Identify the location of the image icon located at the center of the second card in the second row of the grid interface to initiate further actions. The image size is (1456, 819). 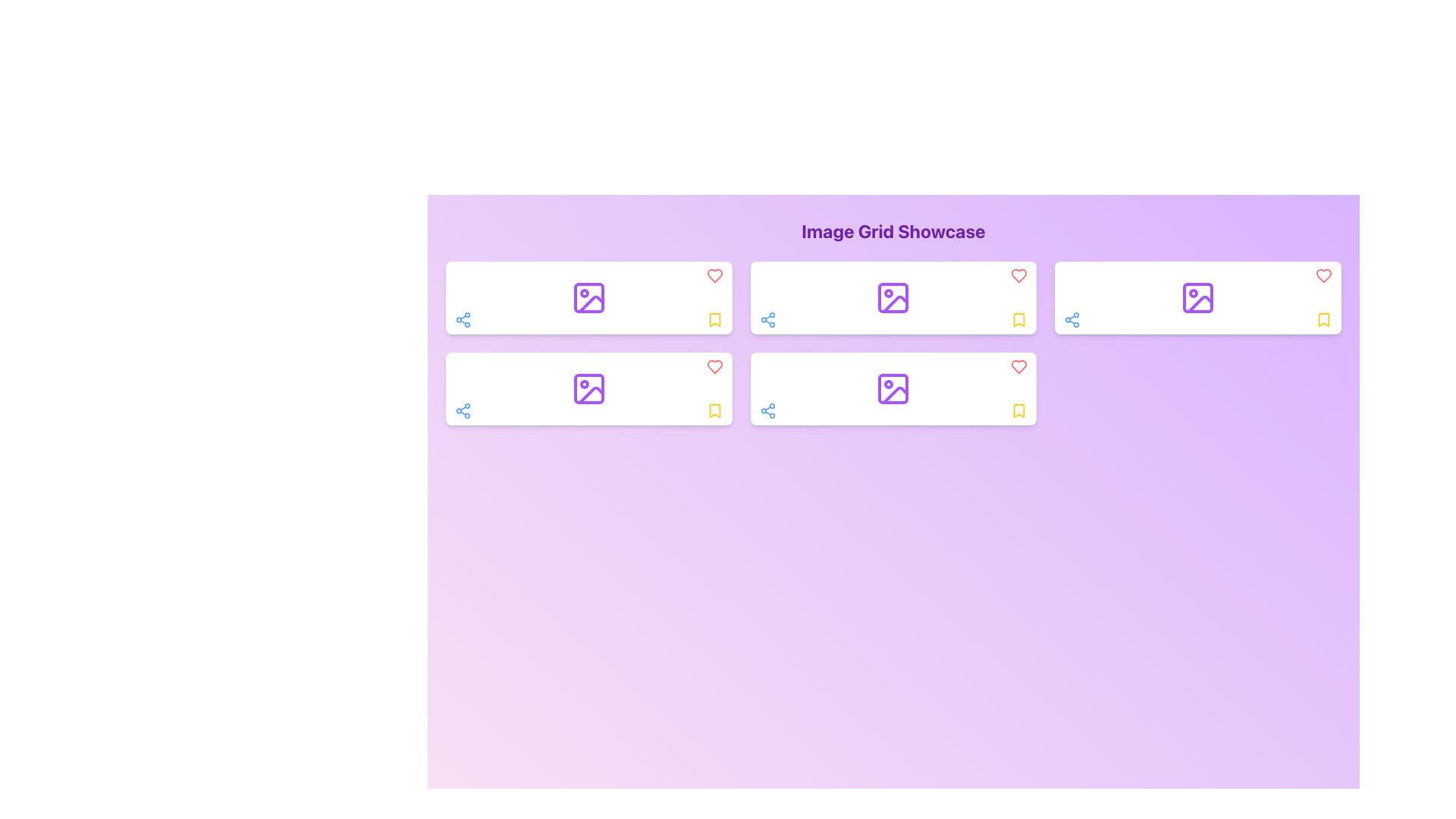
(588, 388).